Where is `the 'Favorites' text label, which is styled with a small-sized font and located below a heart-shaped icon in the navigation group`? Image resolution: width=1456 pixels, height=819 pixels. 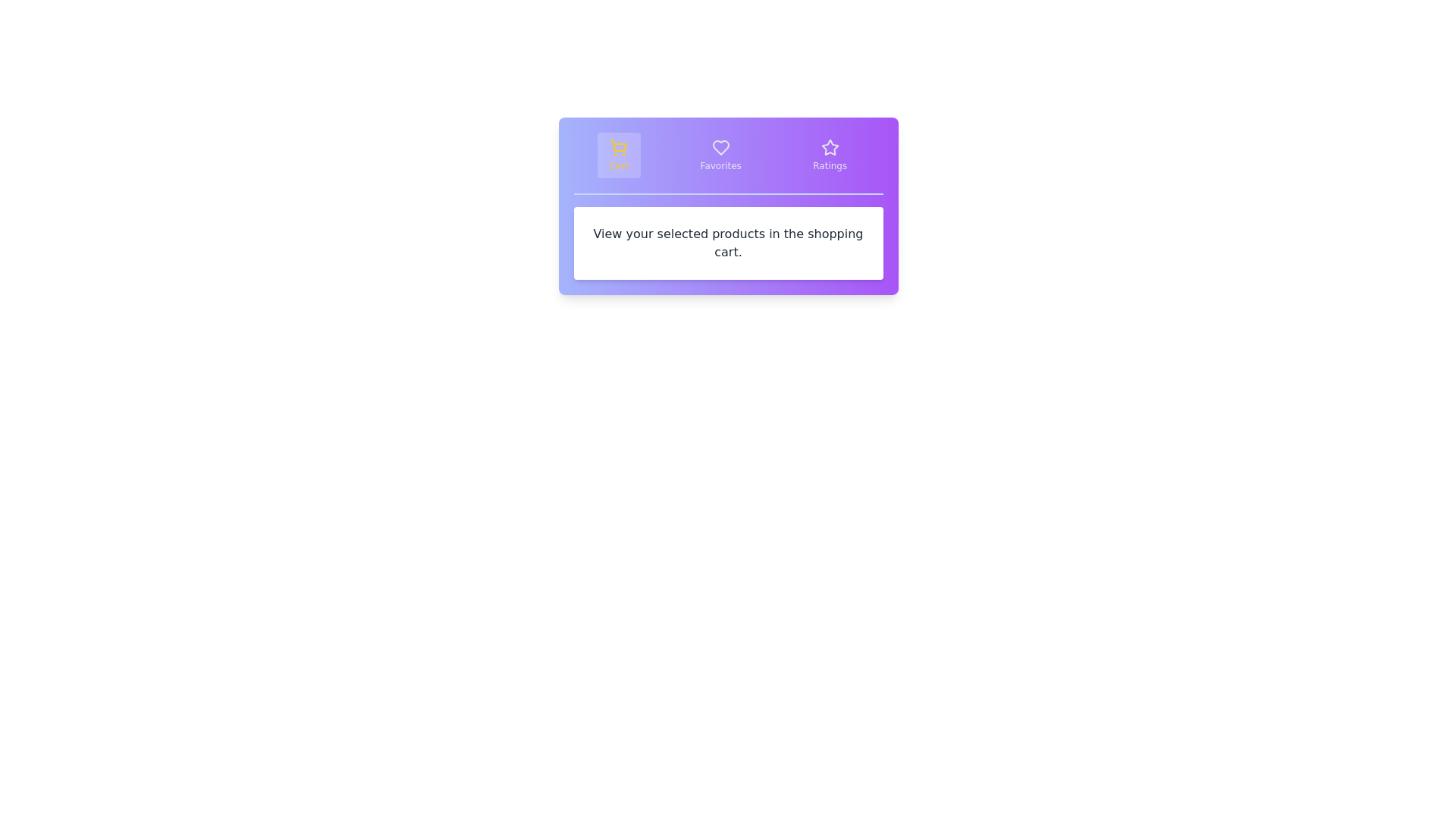
the 'Favorites' text label, which is styled with a small-sized font and located below a heart-shaped icon in the navigation group is located at coordinates (720, 166).